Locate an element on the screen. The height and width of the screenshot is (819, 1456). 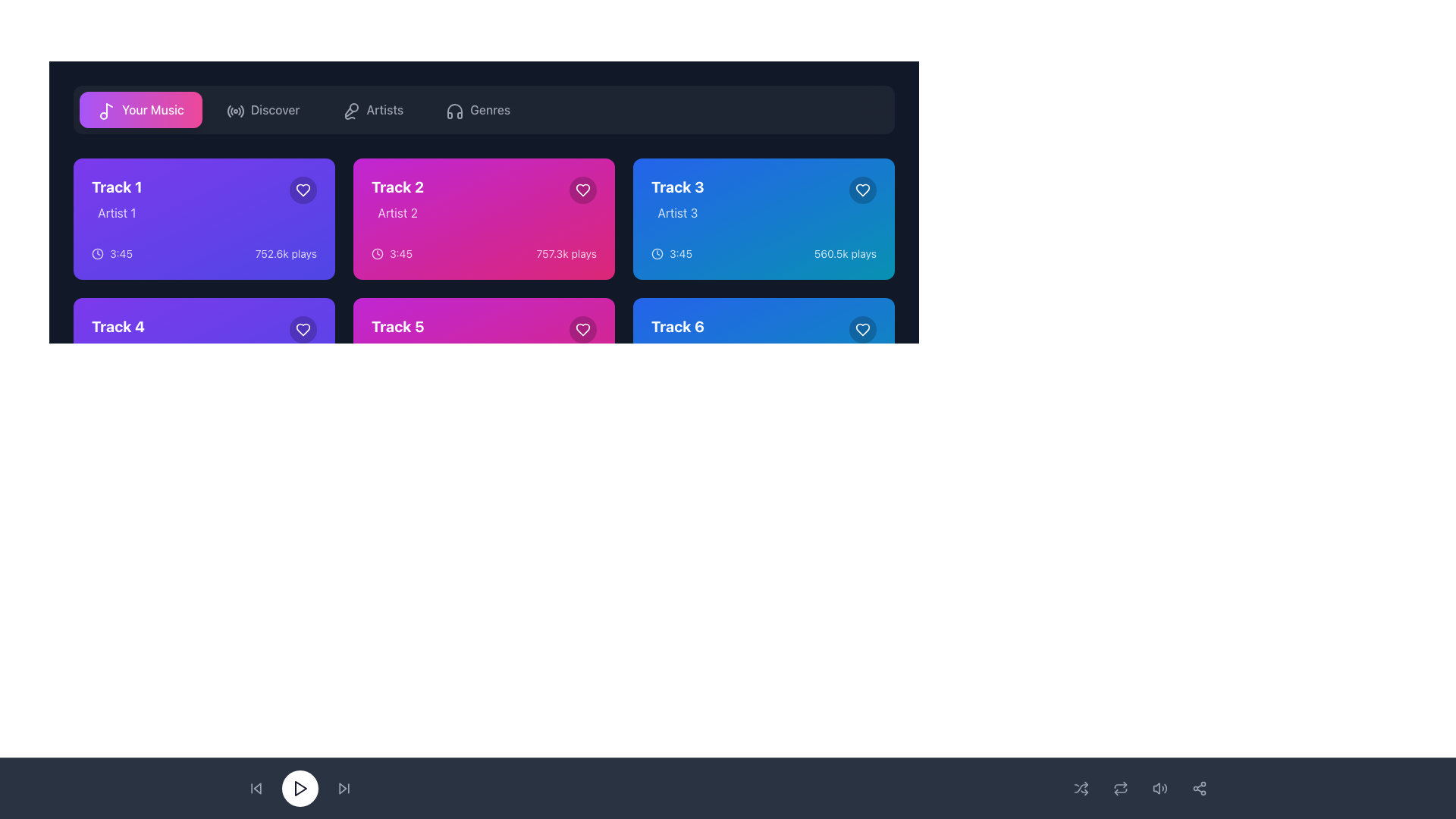
the play button located in the center of the 'Track 2' card area is located at coordinates (483, 219).